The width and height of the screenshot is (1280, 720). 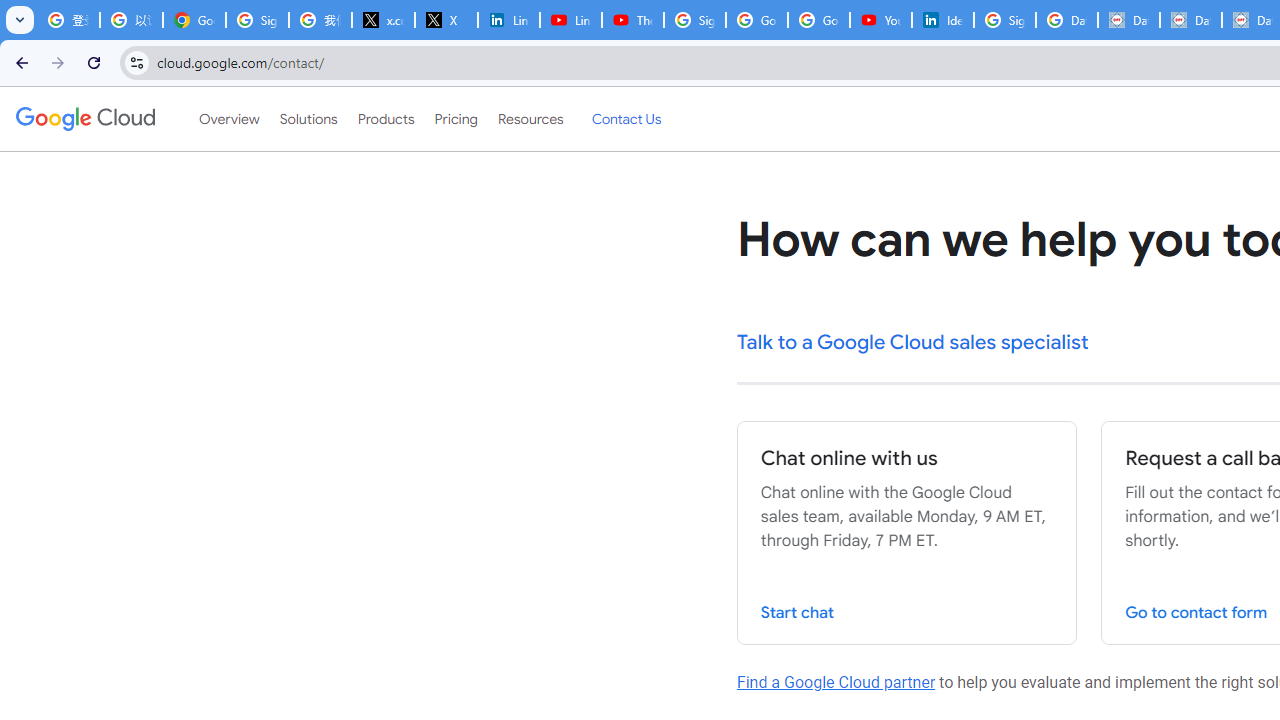 I want to click on 'X', so click(x=445, y=20).